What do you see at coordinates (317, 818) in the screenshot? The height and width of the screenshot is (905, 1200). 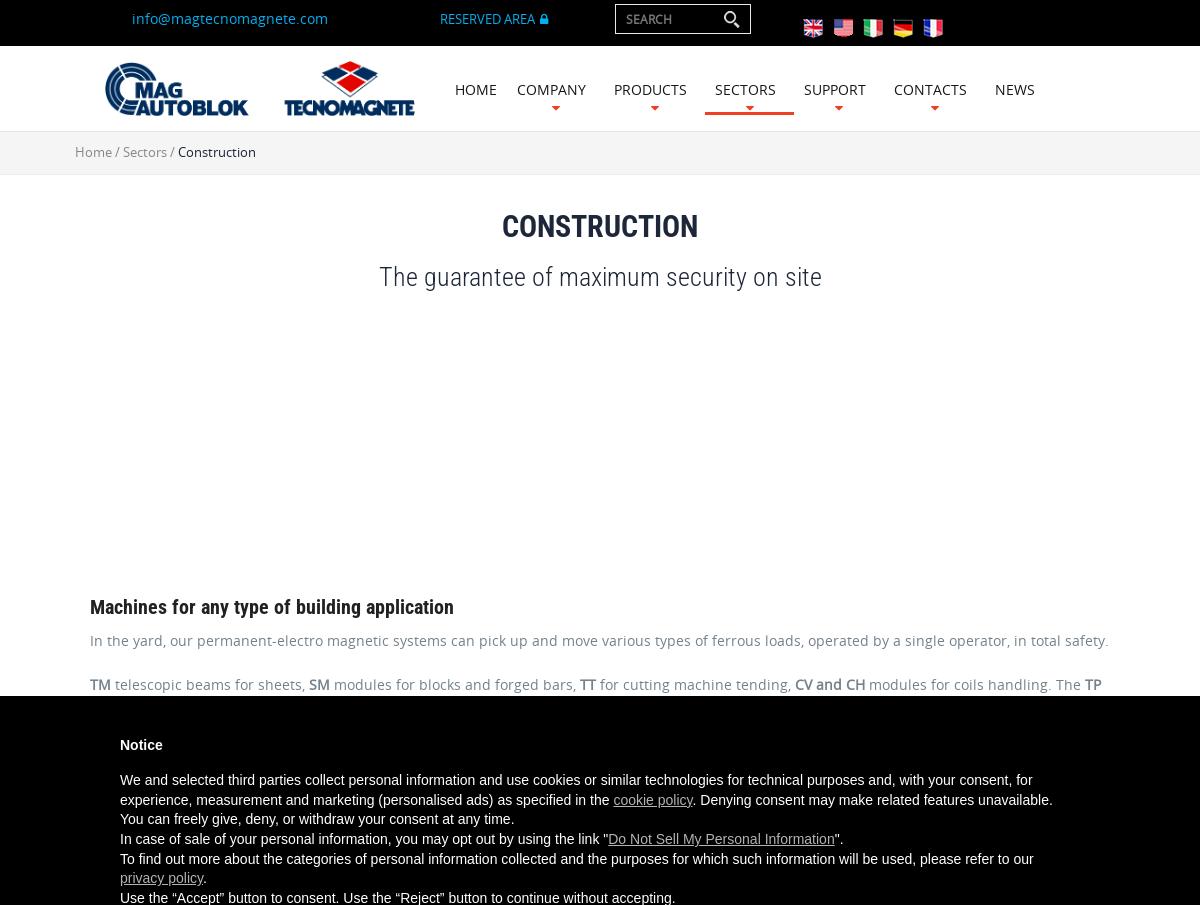 I see `'You can freely give, deny, or withdraw your consent at any time.'` at bounding box center [317, 818].